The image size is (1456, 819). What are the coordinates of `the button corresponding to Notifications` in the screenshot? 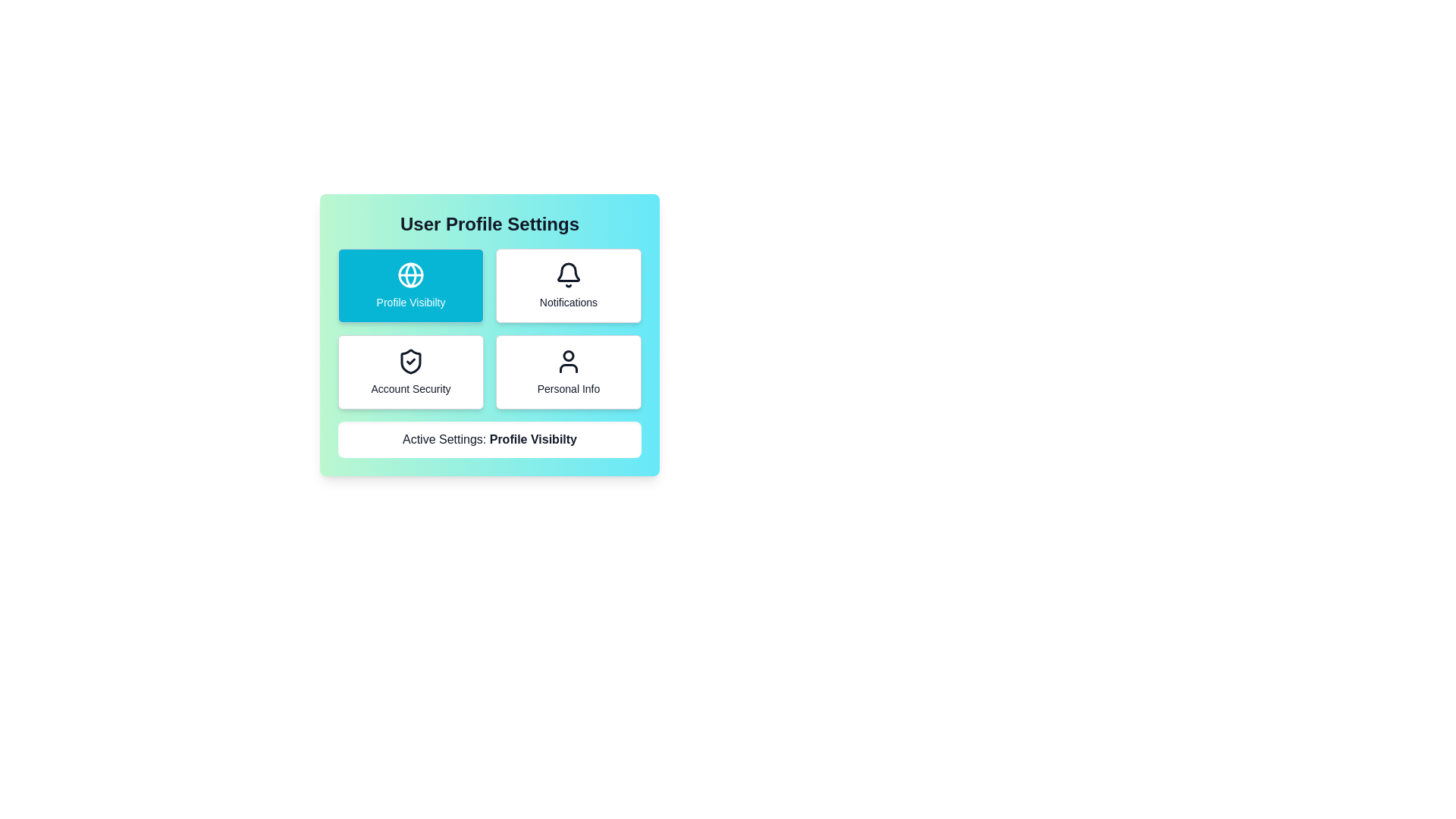 It's located at (567, 286).